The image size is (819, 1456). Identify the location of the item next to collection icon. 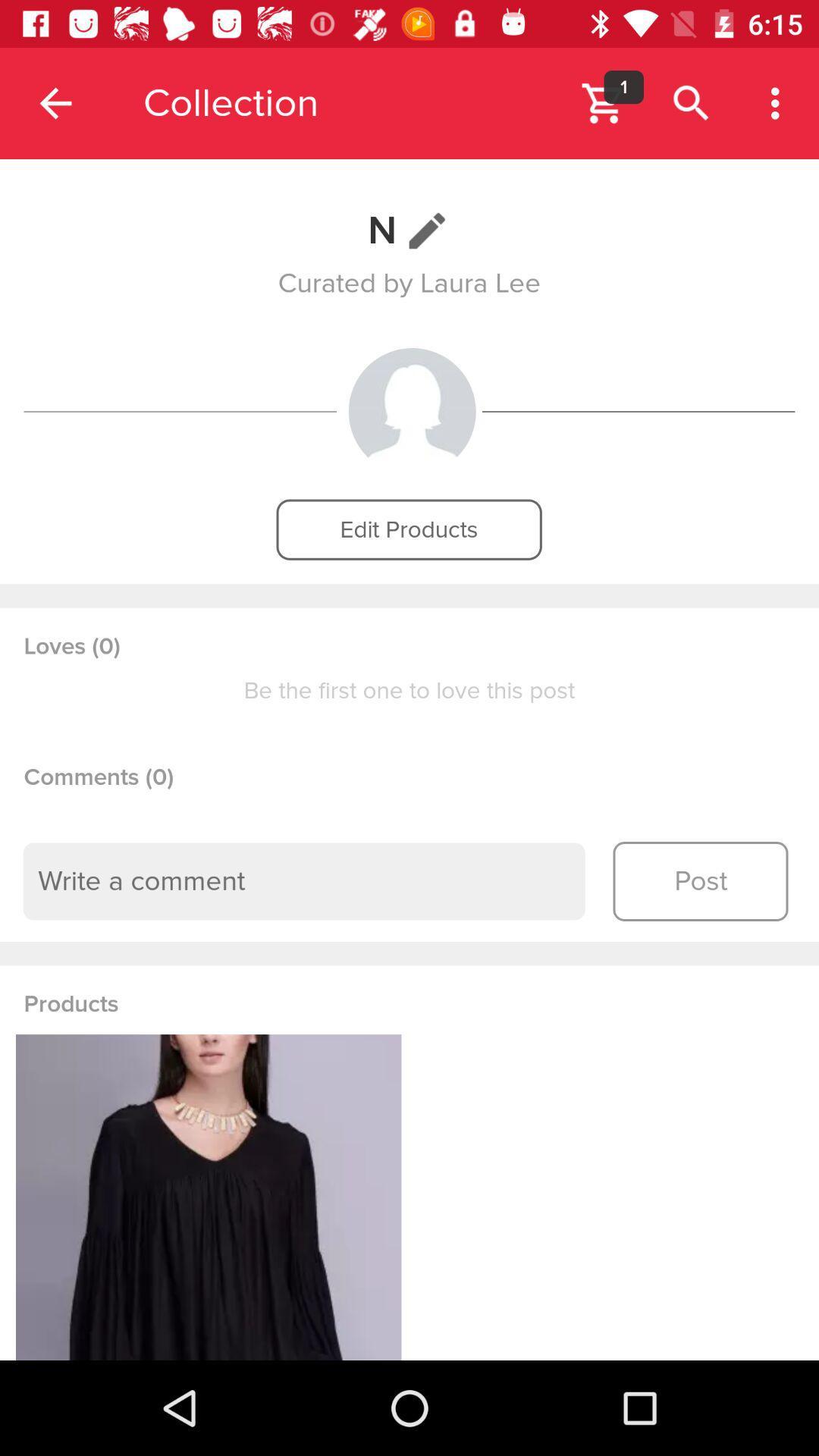
(55, 102).